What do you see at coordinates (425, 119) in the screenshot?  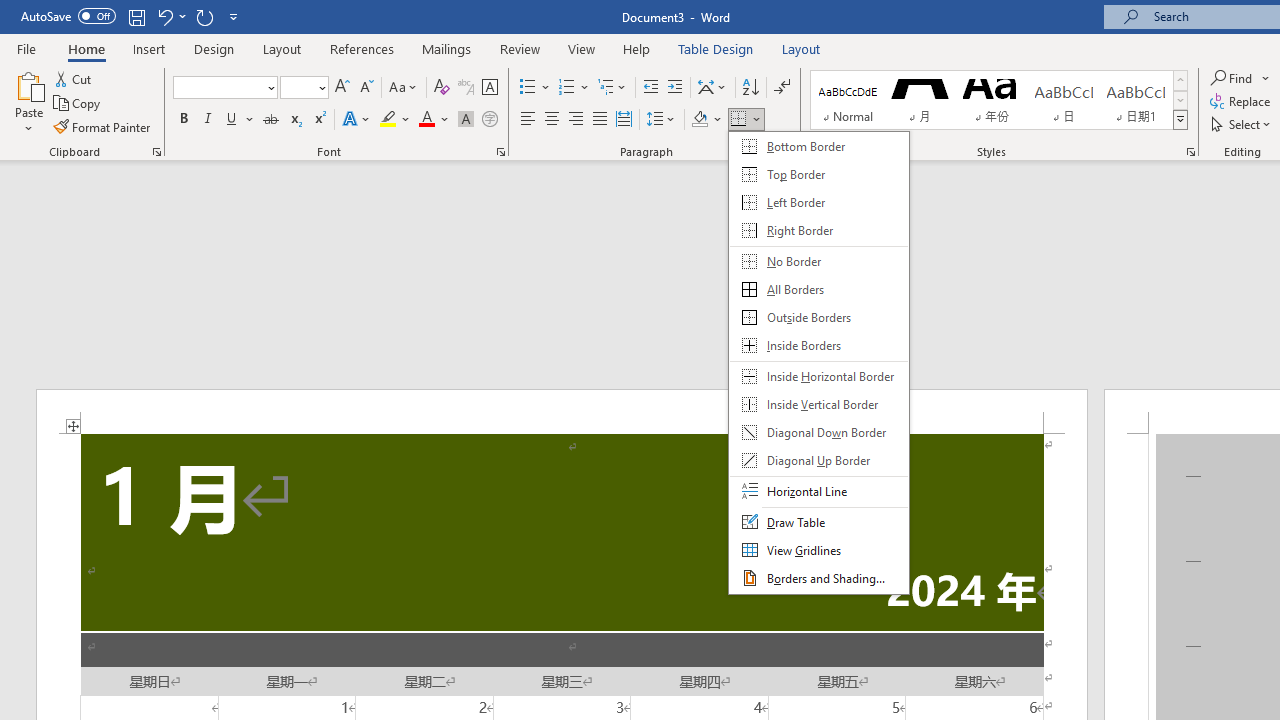 I see `'Font Color RGB(255, 0, 0)'` at bounding box center [425, 119].